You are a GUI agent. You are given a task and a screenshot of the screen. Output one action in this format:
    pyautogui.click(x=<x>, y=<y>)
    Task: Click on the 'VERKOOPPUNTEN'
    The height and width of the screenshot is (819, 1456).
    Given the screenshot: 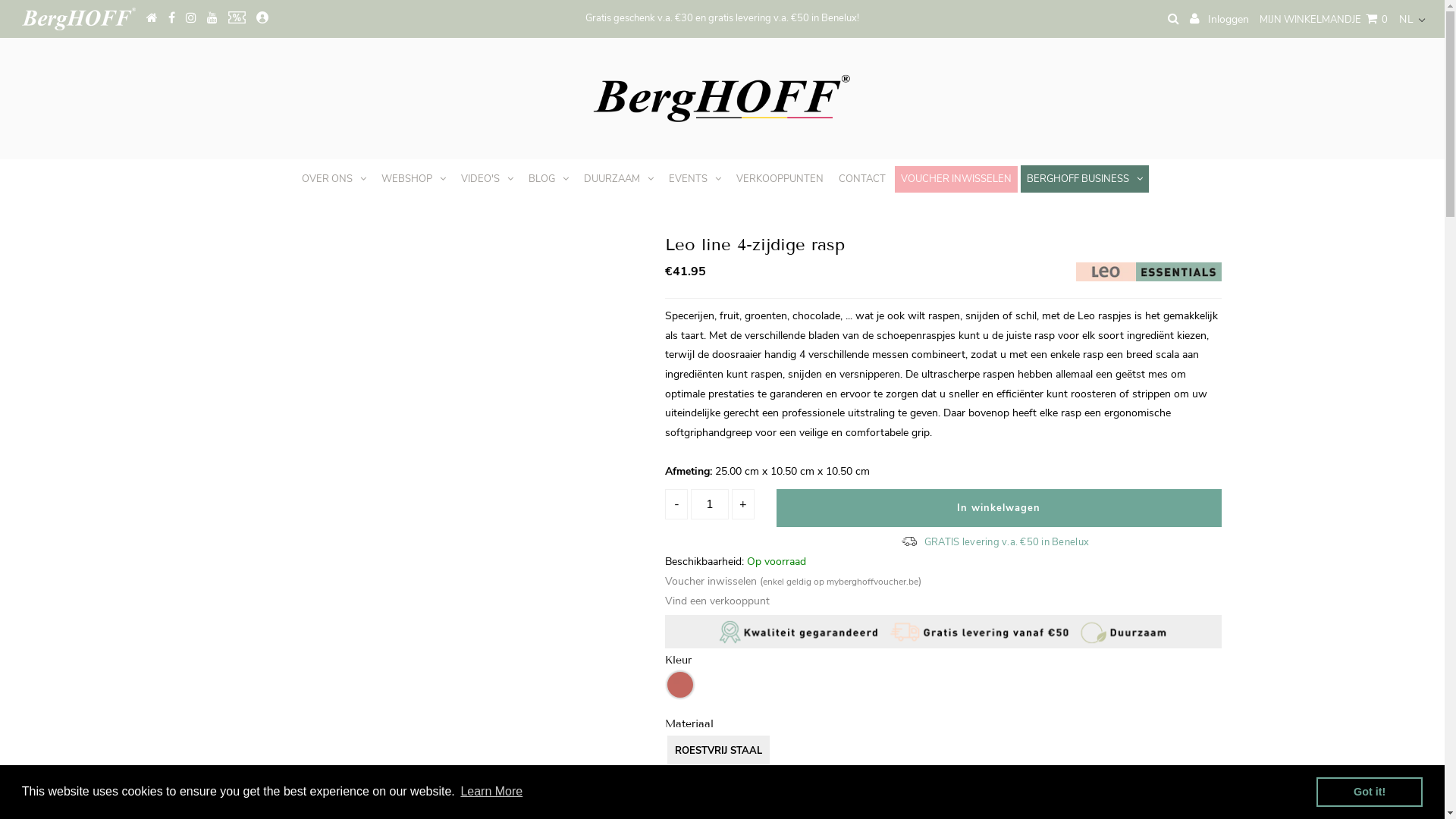 What is the action you would take?
    pyautogui.click(x=730, y=177)
    